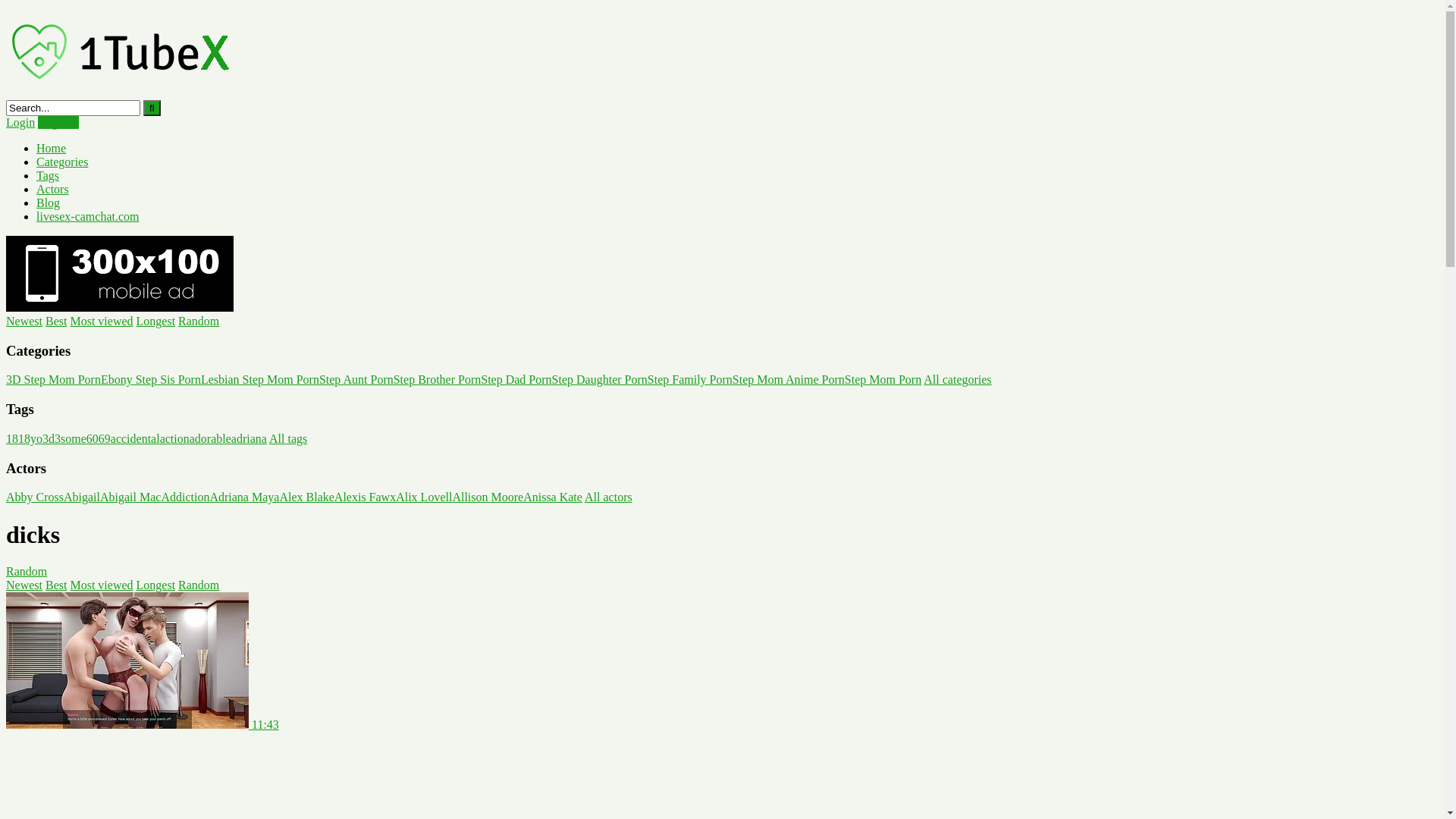 The height and width of the screenshot is (819, 1456). What do you see at coordinates (6, 497) in the screenshot?
I see `'Abby Cross'` at bounding box center [6, 497].